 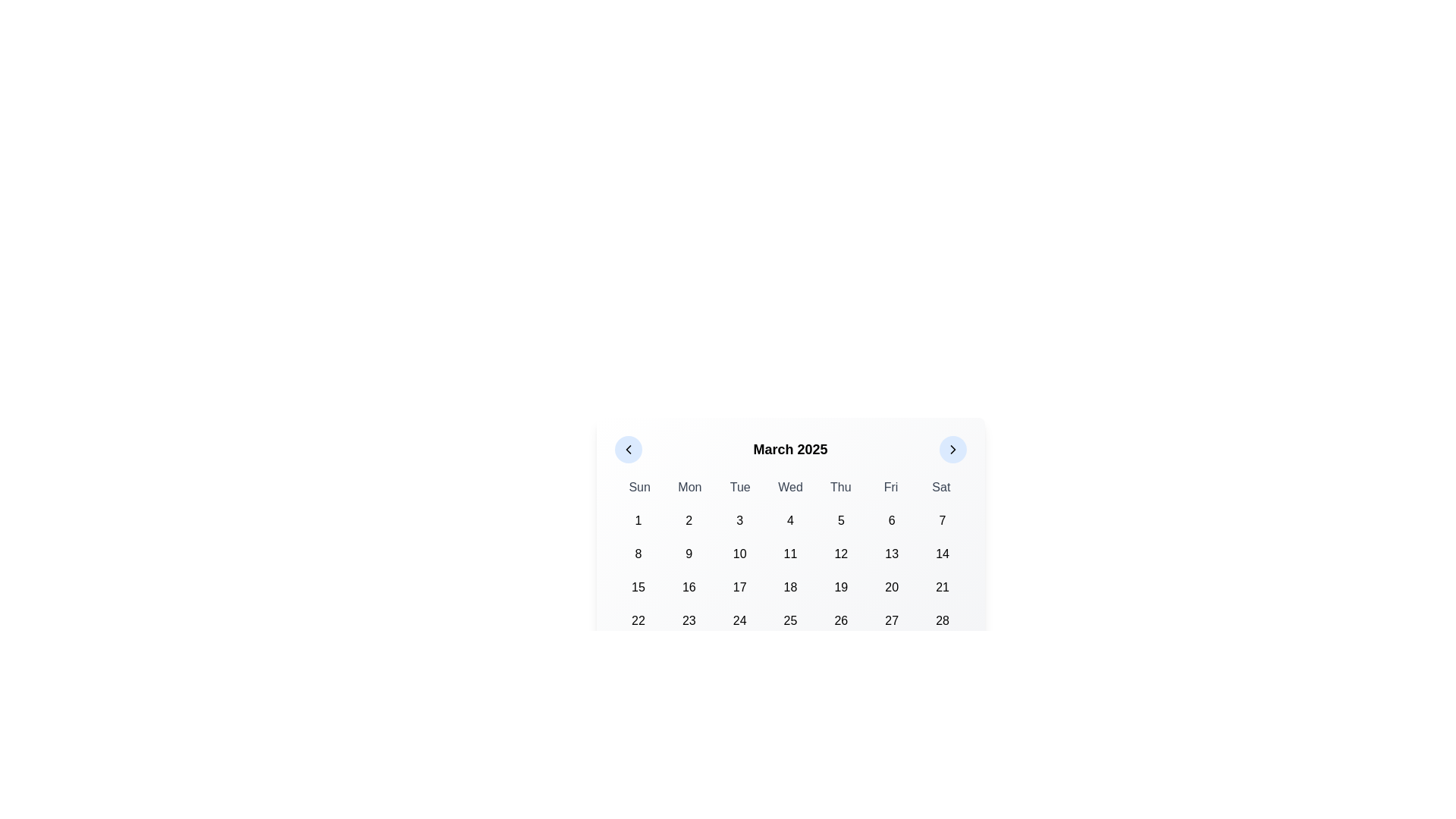 What do you see at coordinates (639, 488) in the screenshot?
I see `the static text label indicating the days of the week, located at the far-left of the calendar grid` at bounding box center [639, 488].